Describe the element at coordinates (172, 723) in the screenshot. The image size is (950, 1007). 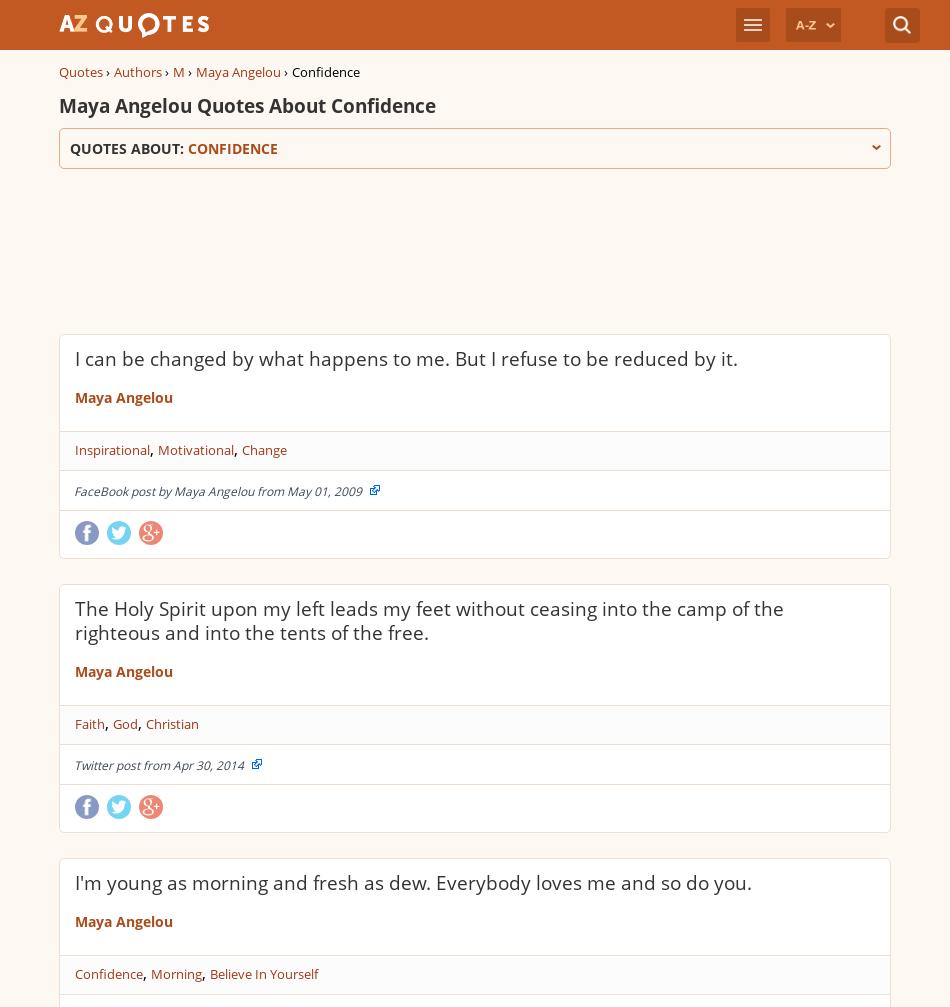
I see `'Christian'` at that location.